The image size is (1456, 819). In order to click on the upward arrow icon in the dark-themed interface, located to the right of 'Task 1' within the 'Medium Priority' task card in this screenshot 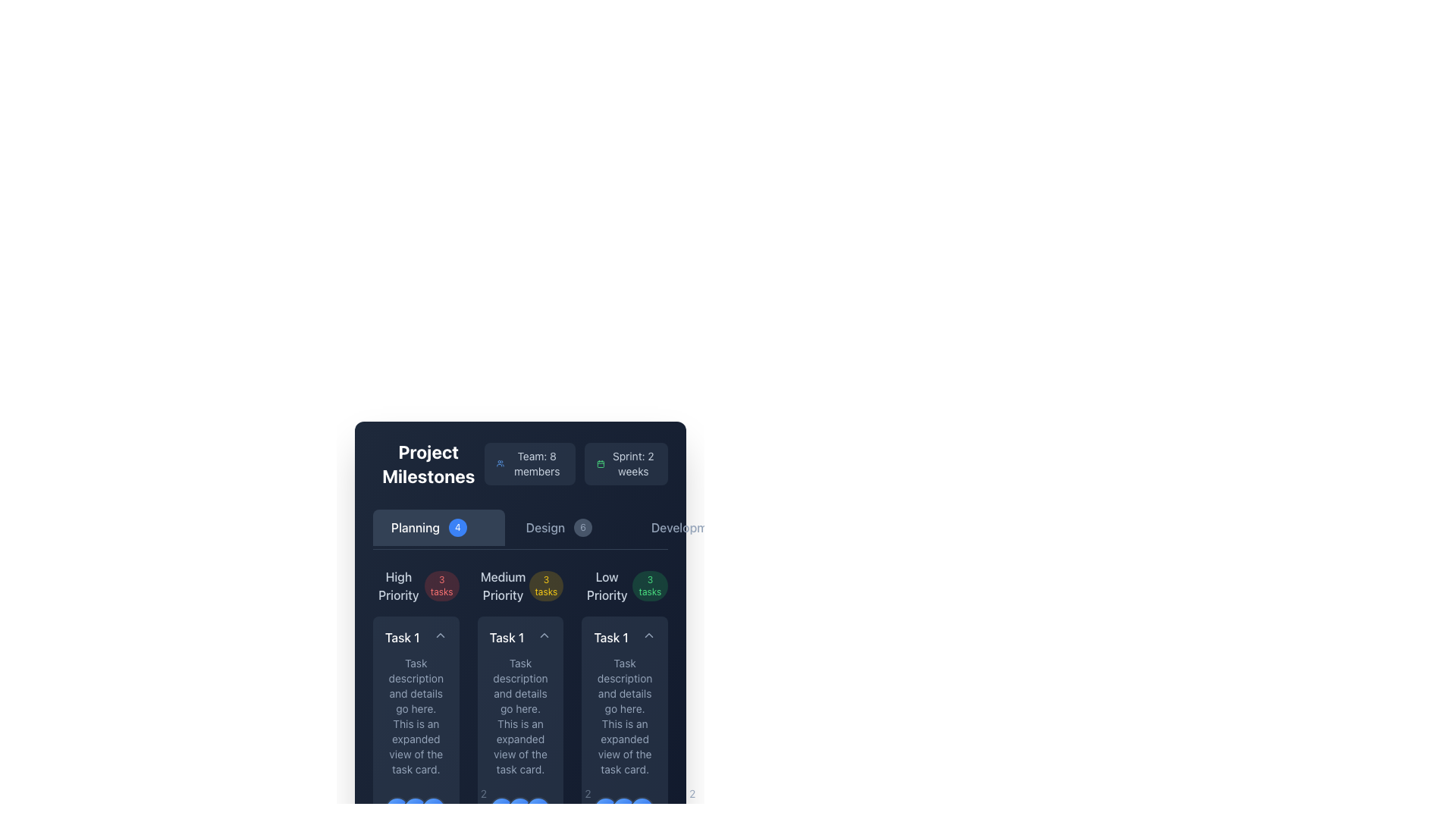, I will do `click(544, 635)`.